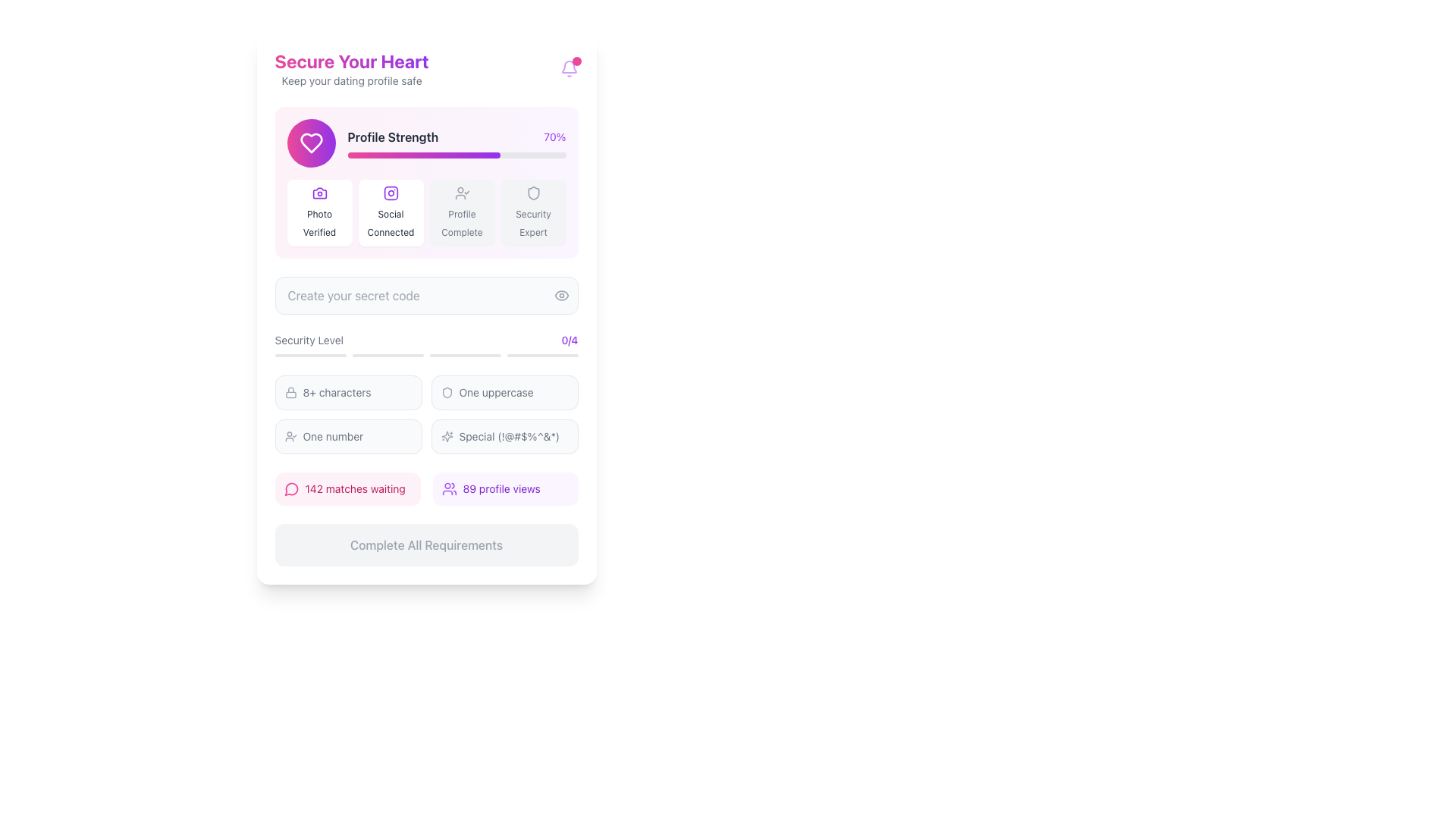  Describe the element at coordinates (336, 391) in the screenshot. I see `the text label displaying '8+ characters' in a small gray font, located below the 'Security Level' section and aligned with other similar labels` at that location.